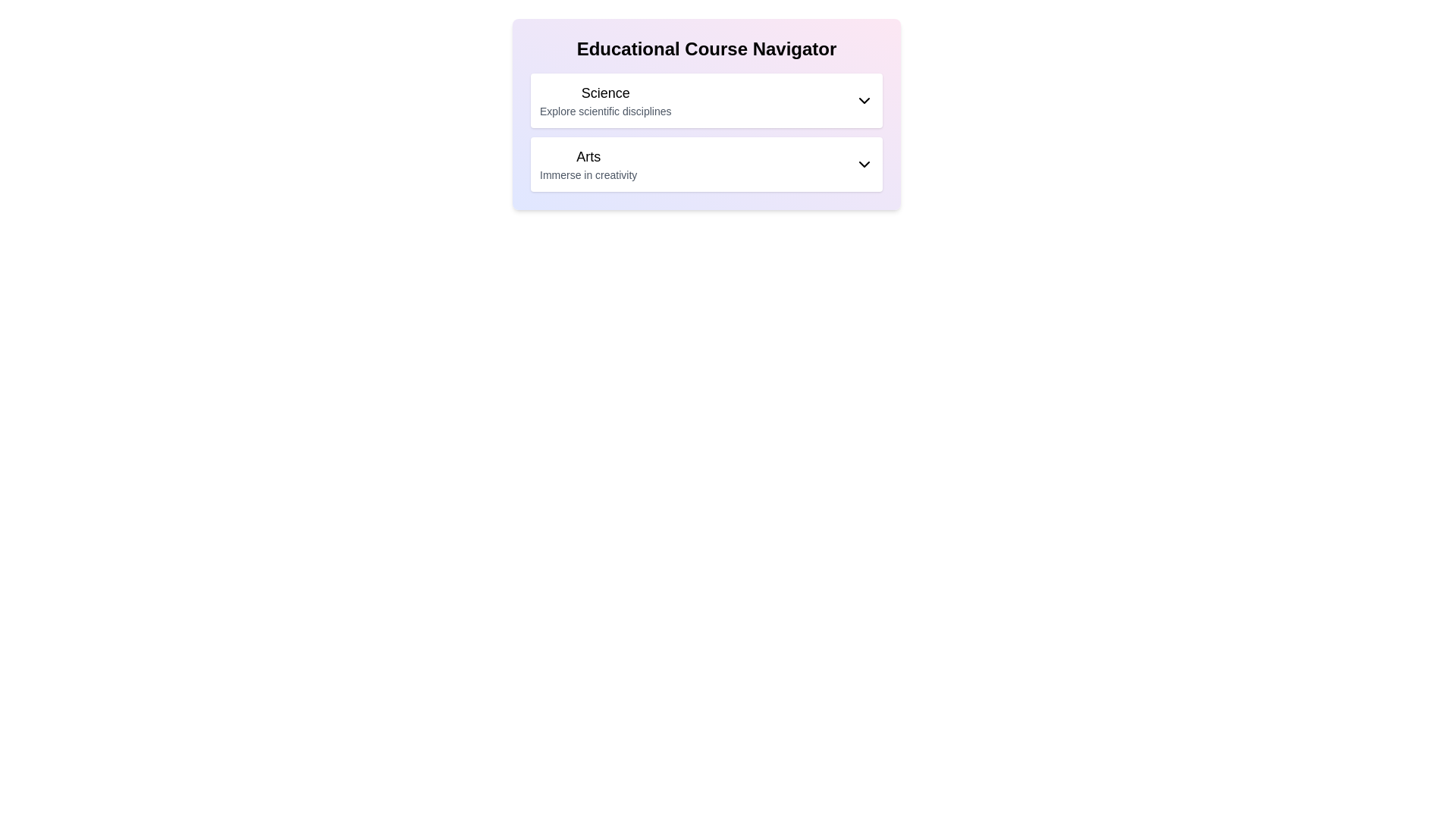  What do you see at coordinates (864, 100) in the screenshot?
I see `the downward-pointing chevron SVG icon located to the far right of the 'Science' section` at bounding box center [864, 100].